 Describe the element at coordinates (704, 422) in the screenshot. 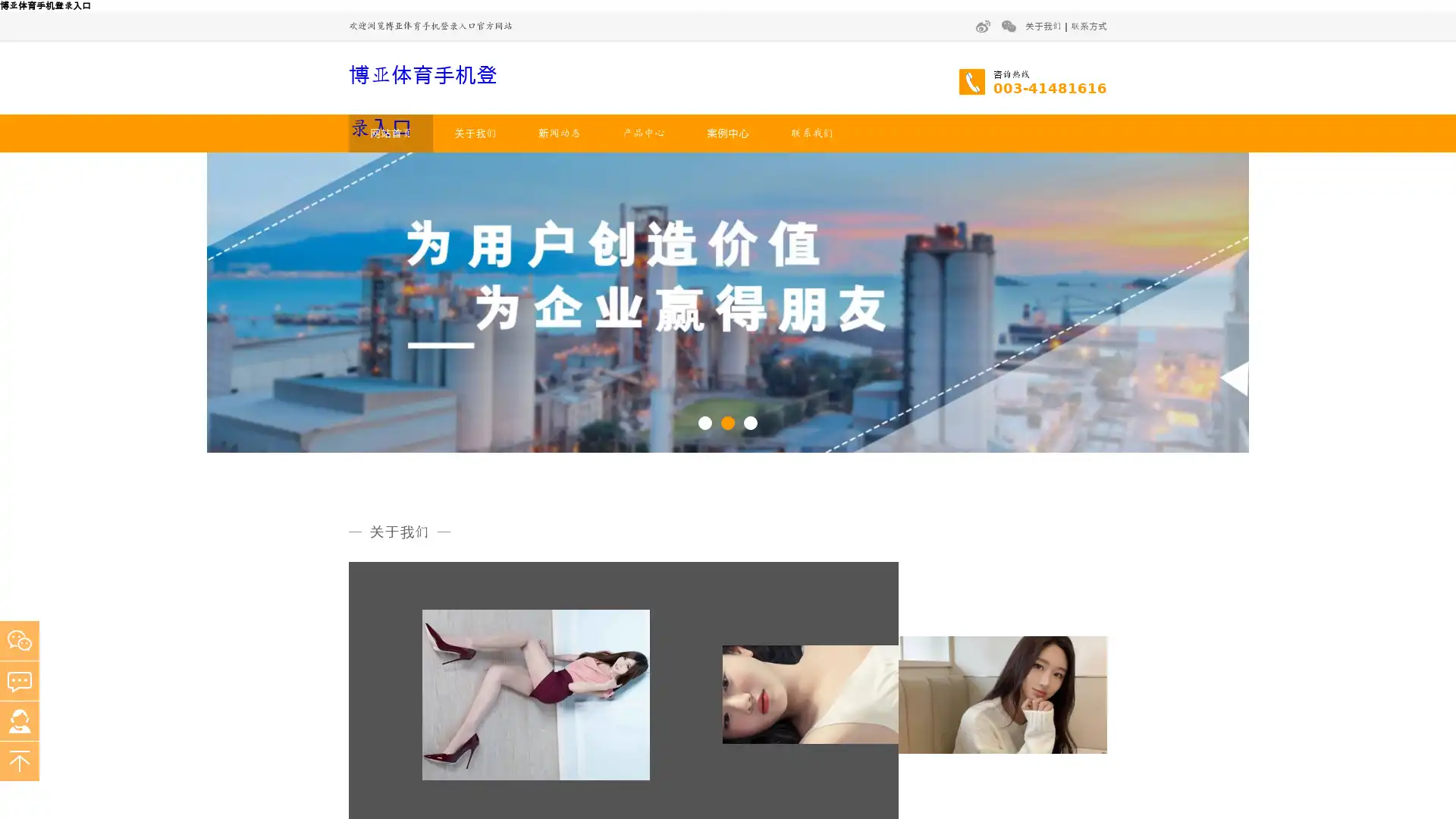

I see `1` at that location.